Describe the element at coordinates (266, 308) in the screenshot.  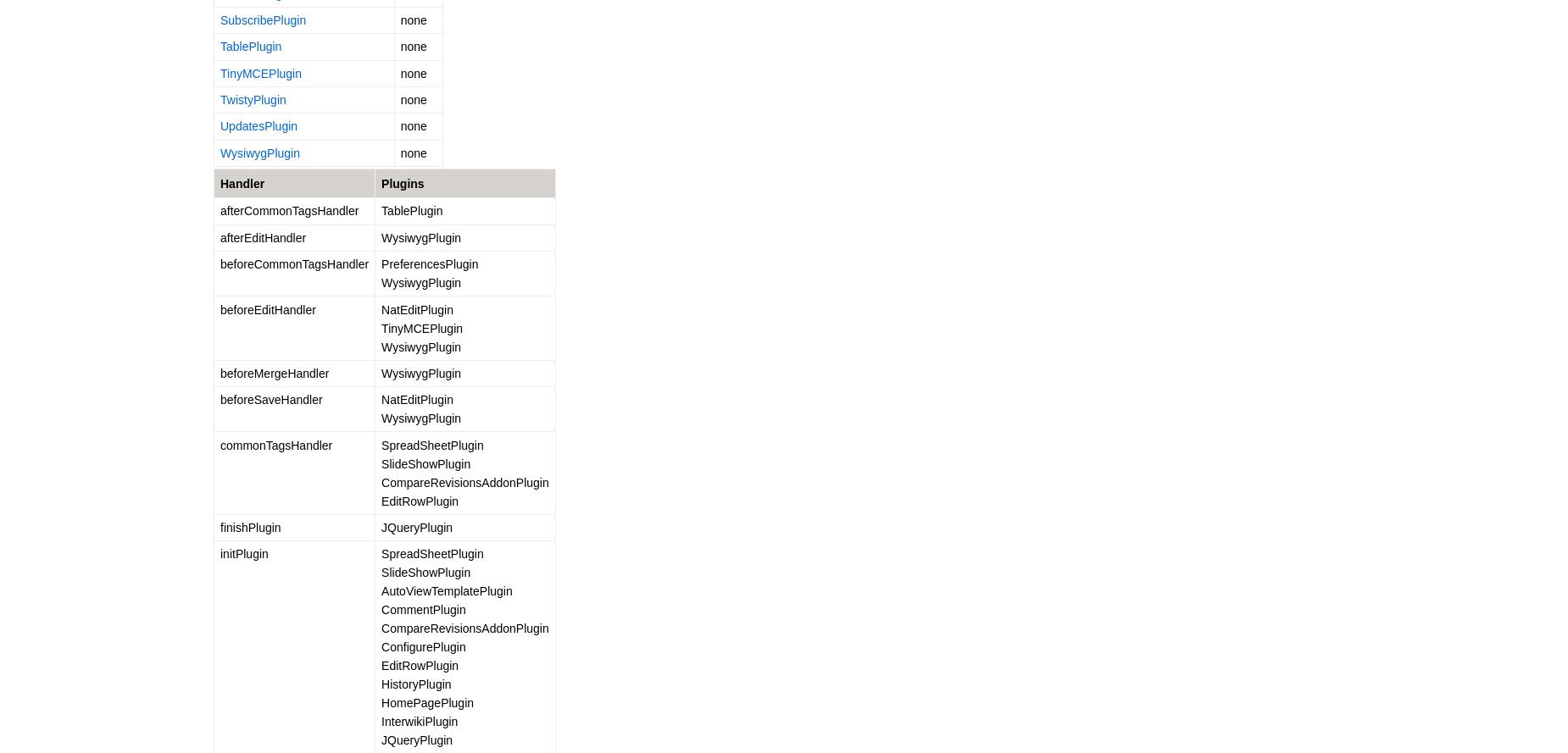
I see `'beforeEditHandler'` at that location.